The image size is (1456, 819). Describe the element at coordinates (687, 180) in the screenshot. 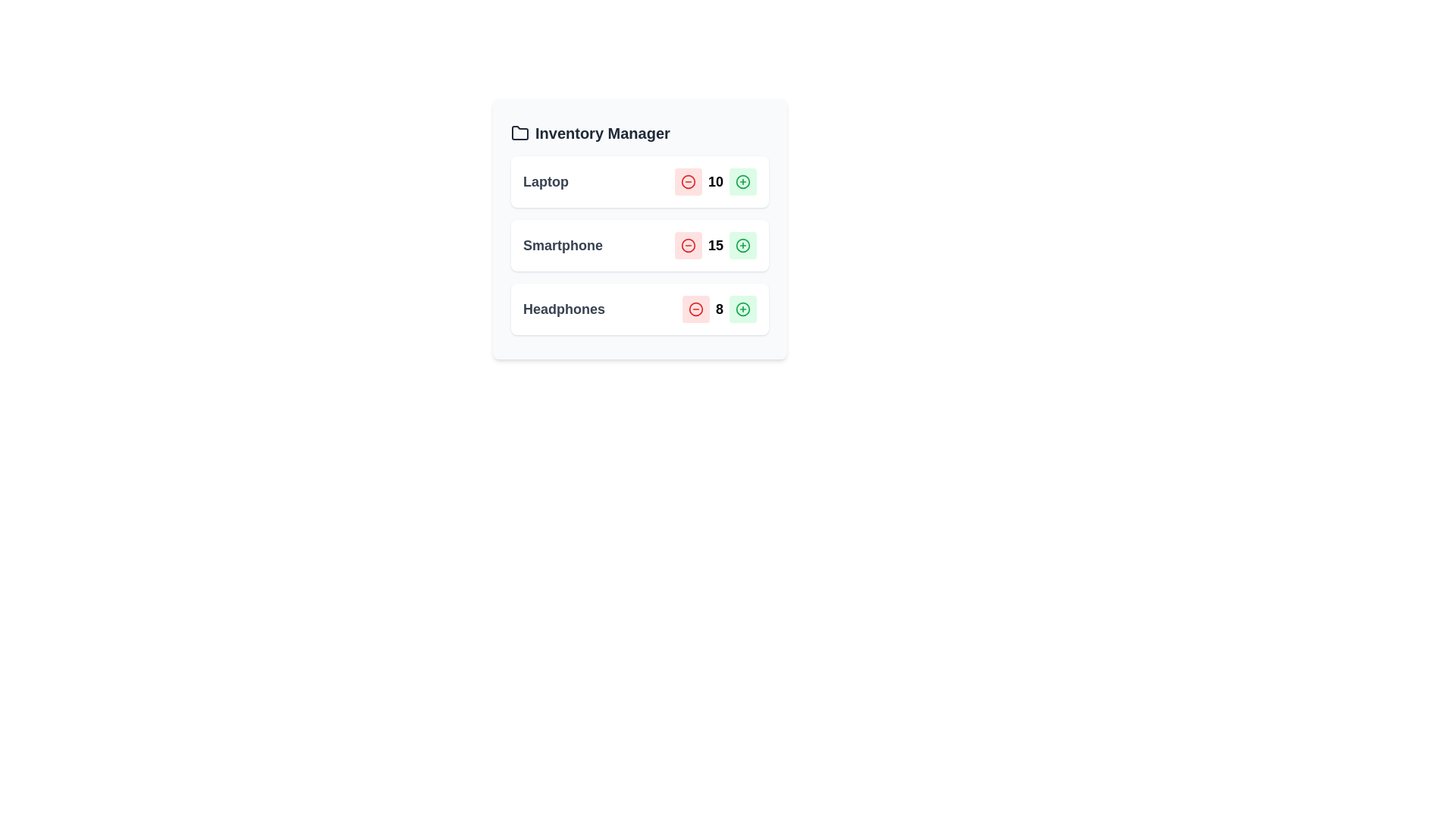

I see `minus button for the Laptop item` at that location.